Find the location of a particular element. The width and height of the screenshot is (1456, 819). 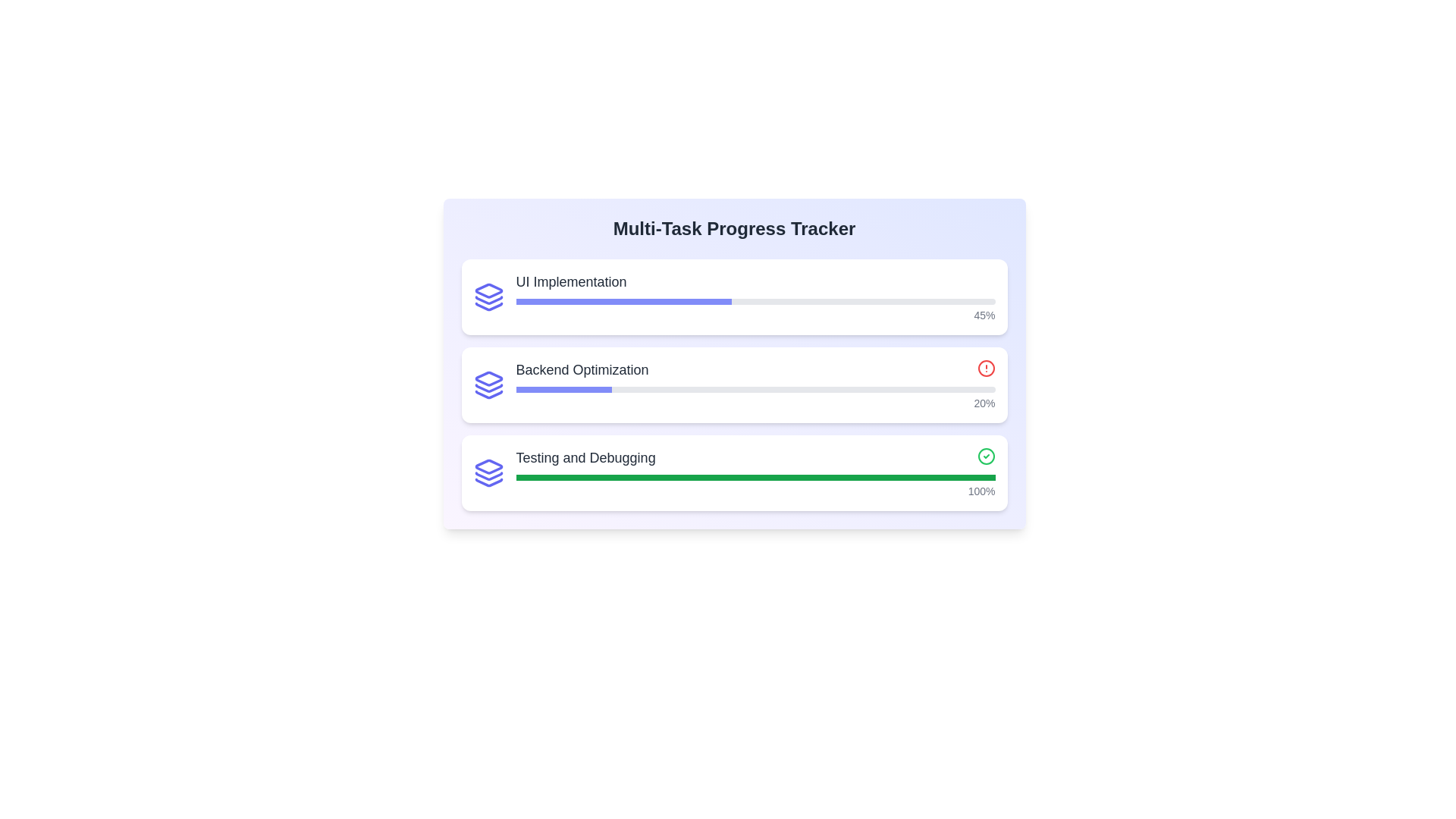

the horizontal progress bar displaying '45%' at its right end, which is the second major visual component in the UI Implementation section is located at coordinates (755, 309).